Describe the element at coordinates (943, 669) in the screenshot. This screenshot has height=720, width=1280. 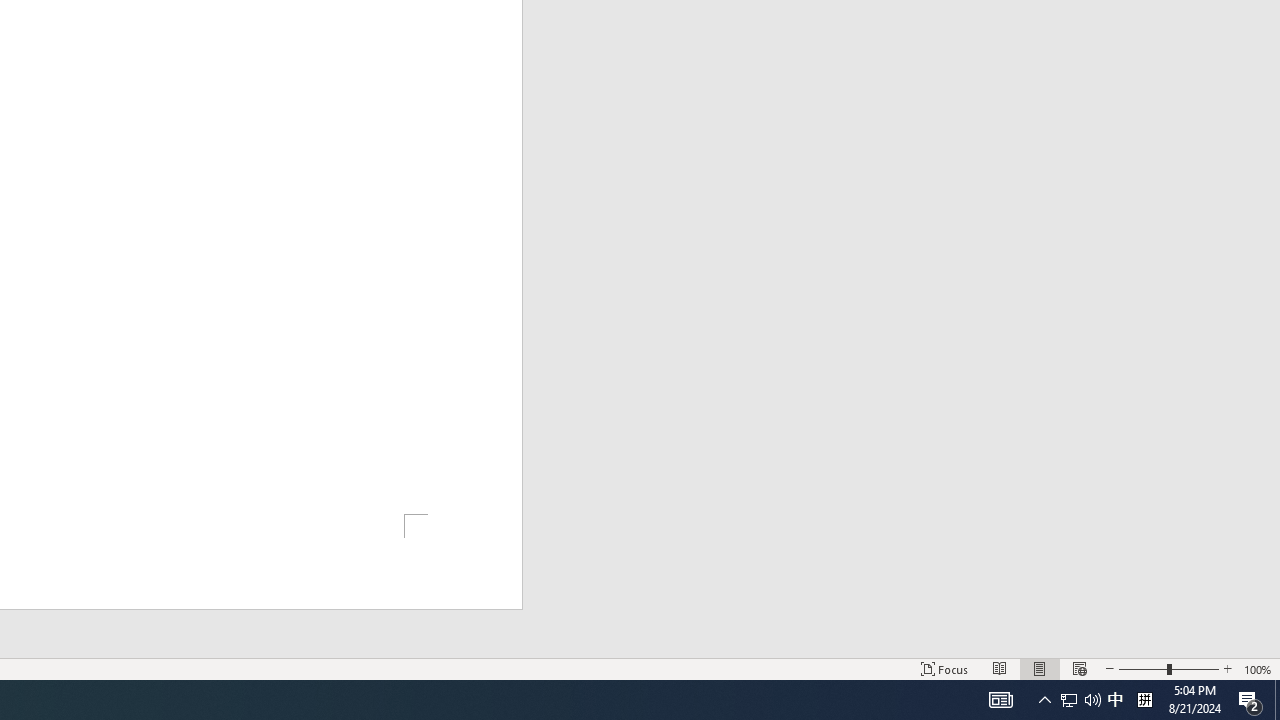
I see `'Focus '` at that location.